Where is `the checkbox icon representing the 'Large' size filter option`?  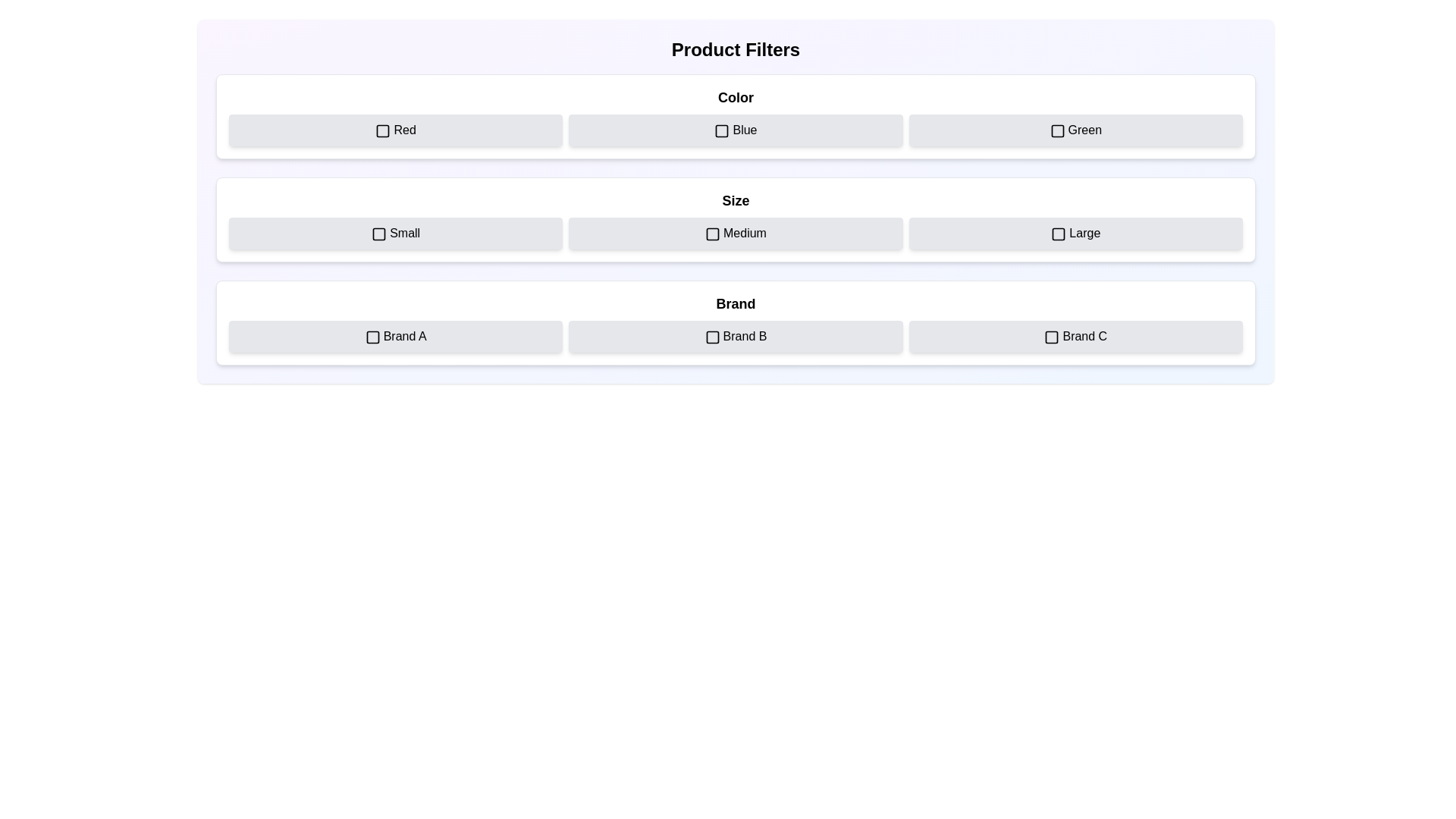
the checkbox icon representing the 'Large' size filter option is located at coordinates (1058, 234).